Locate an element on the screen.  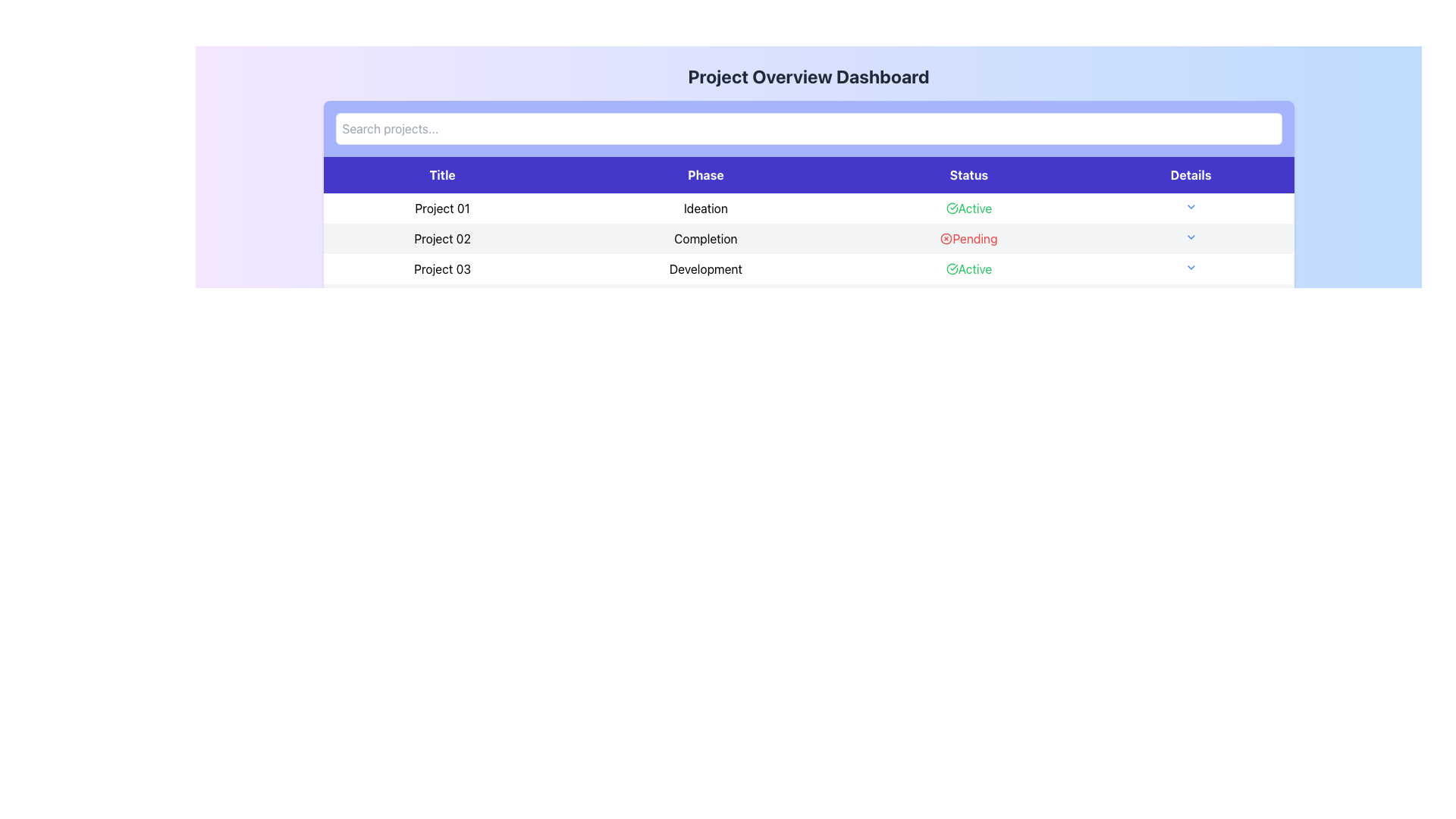
the 'Status' text label, which is the third label in the header row of the interface, displaying the word 'Status' in white font on a blue background is located at coordinates (968, 174).